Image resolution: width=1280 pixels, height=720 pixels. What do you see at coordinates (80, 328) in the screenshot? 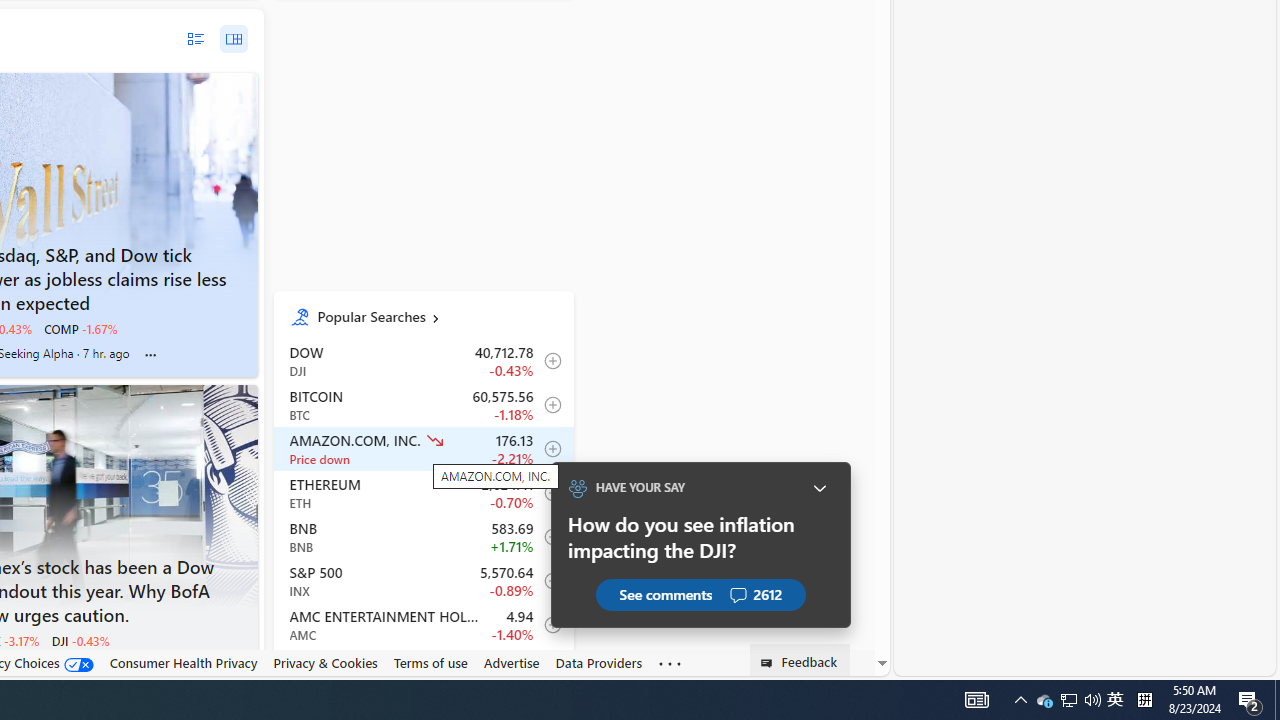
I see `'COMP -1.67%'` at bounding box center [80, 328].